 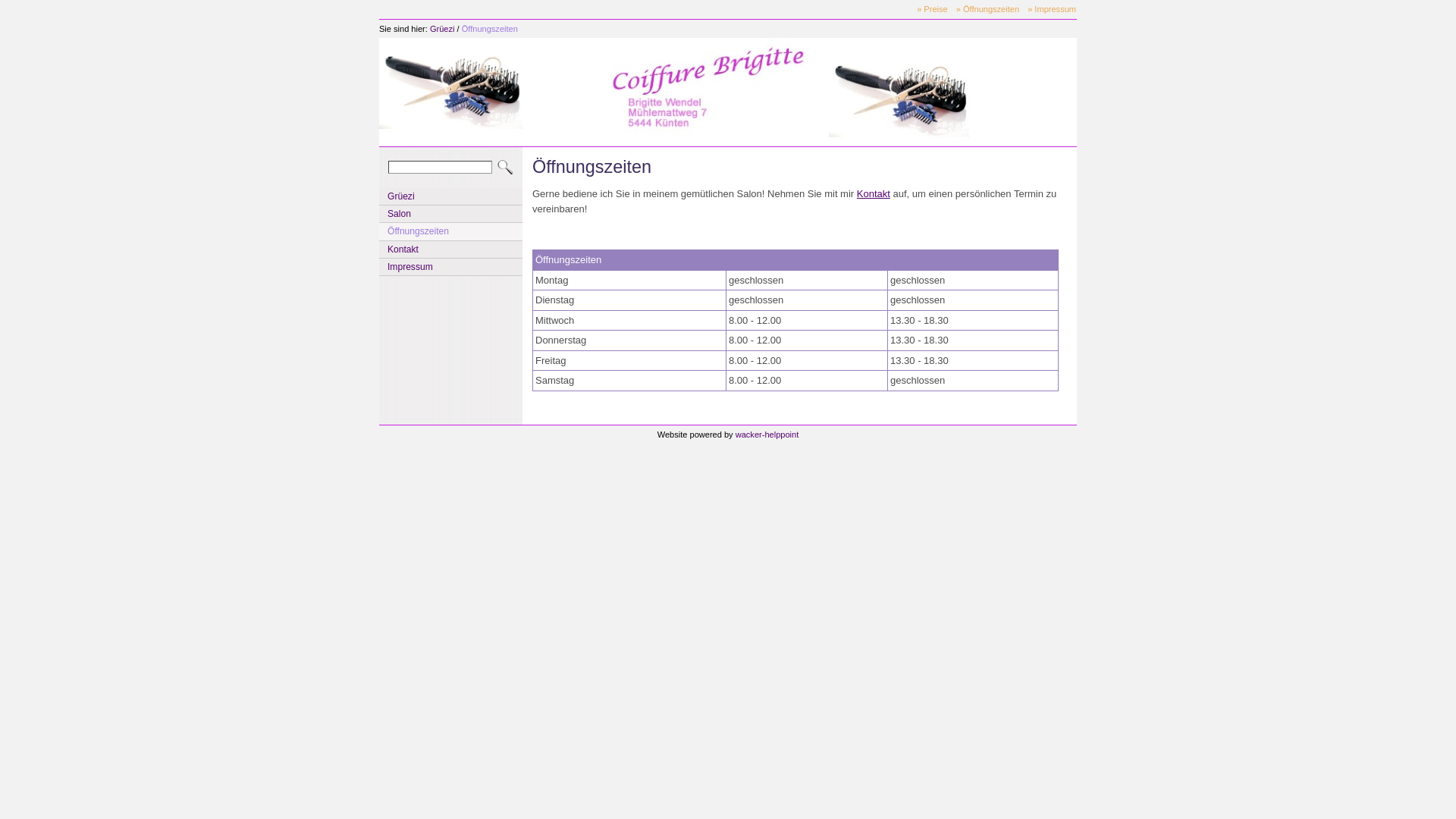 What do you see at coordinates (450, 213) in the screenshot?
I see `'Salon'` at bounding box center [450, 213].